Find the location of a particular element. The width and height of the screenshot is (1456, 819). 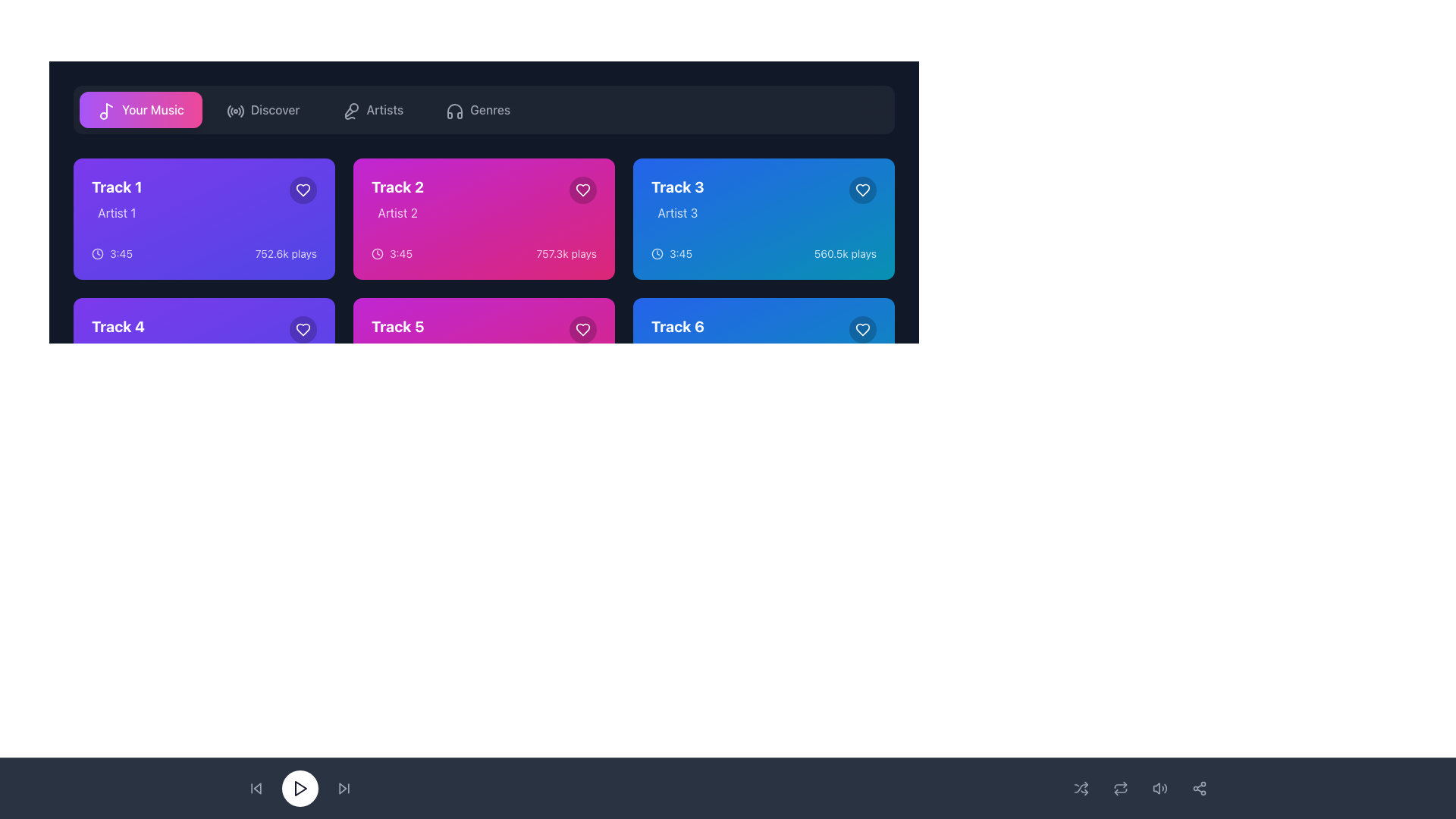

the 'Your Music' button is located at coordinates (108, 109).